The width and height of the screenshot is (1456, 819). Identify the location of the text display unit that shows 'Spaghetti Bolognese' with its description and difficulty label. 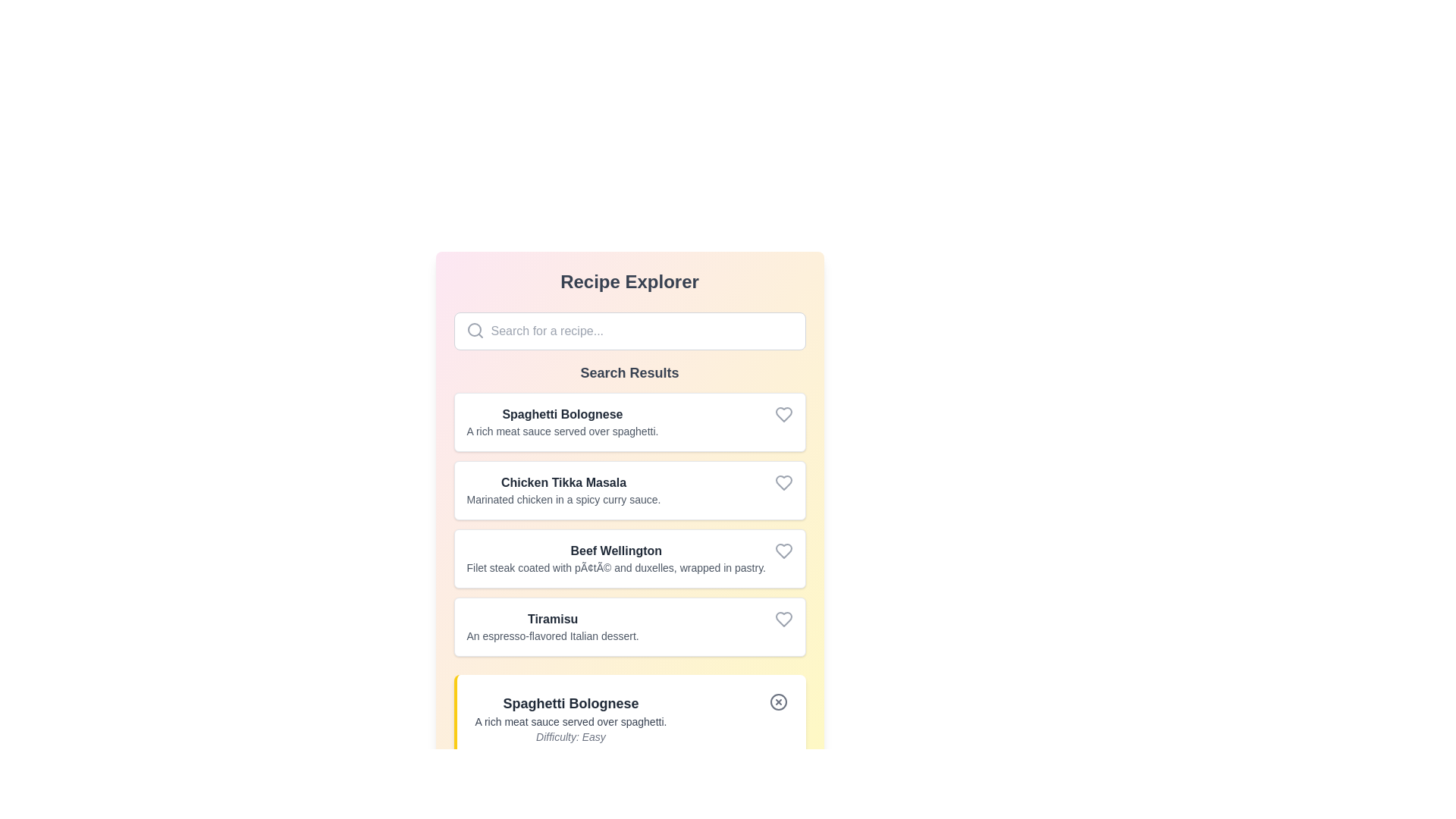
(570, 718).